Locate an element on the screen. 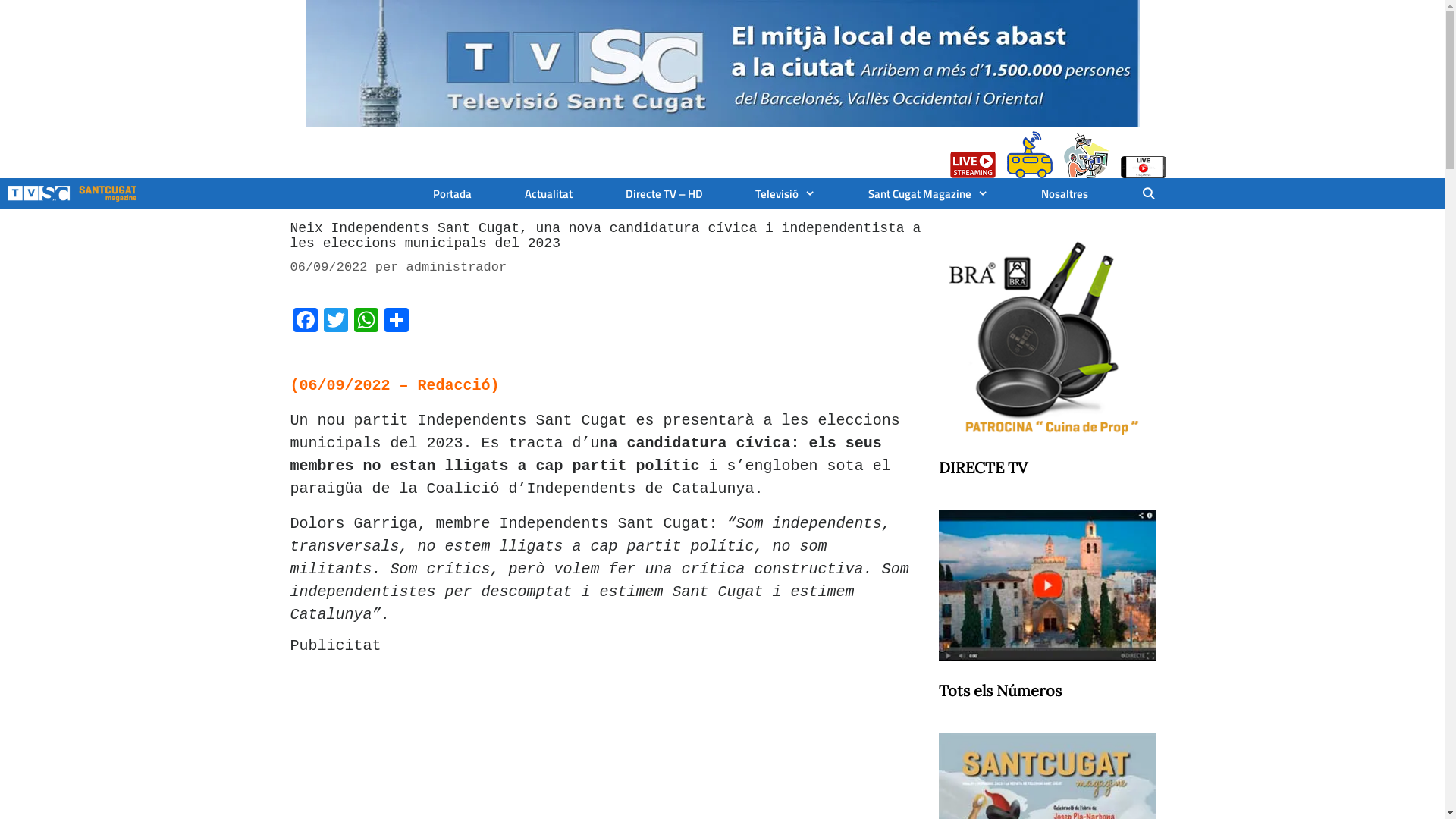  'Twitter' is located at coordinates (334, 322).